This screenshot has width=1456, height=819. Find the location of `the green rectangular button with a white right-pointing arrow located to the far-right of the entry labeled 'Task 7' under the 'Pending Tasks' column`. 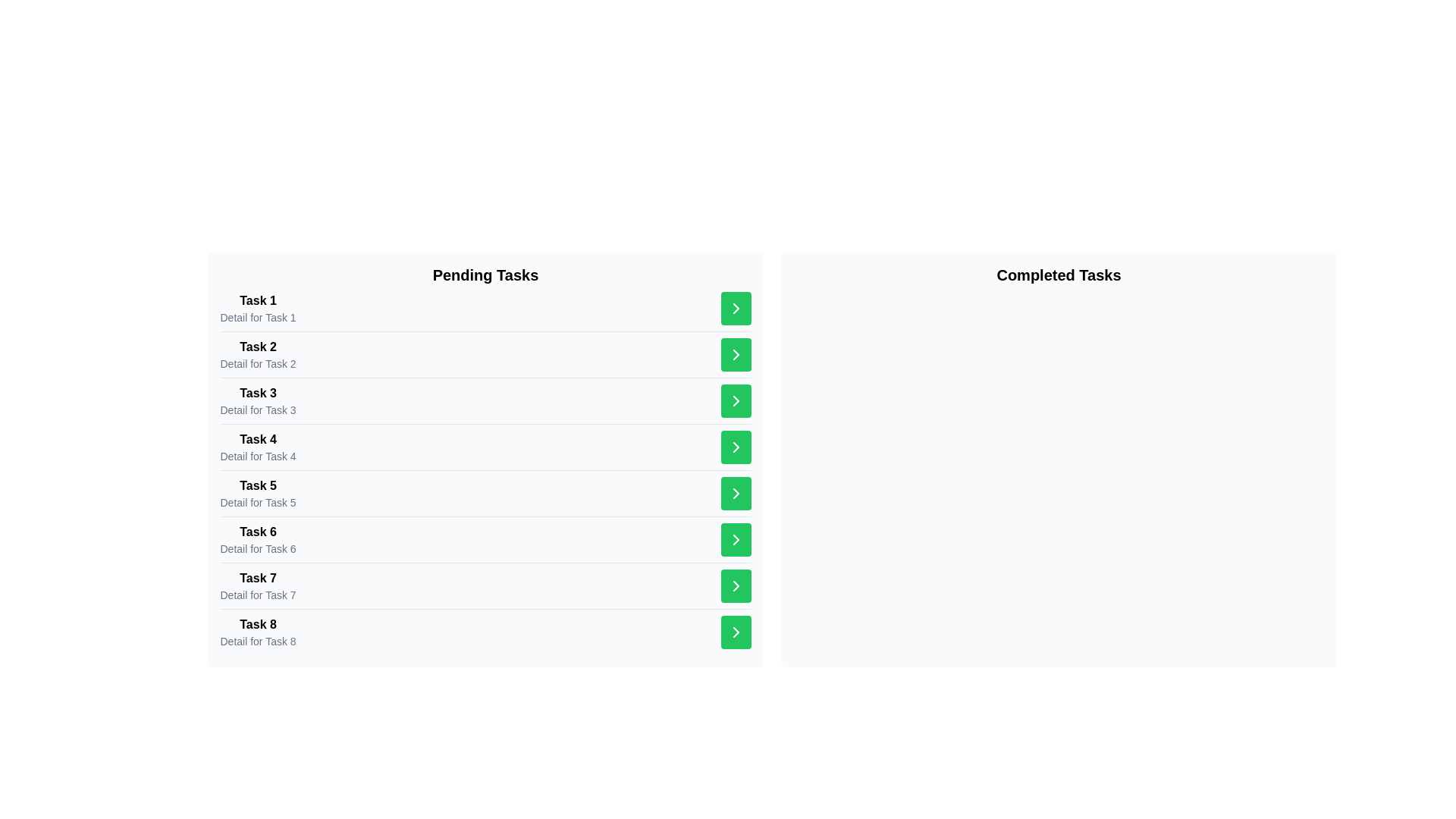

the green rectangular button with a white right-pointing arrow located to the far-right of the entry labeled 'Task 7' under the 'Pending Tasks' column is located at coordinates (736, 585).